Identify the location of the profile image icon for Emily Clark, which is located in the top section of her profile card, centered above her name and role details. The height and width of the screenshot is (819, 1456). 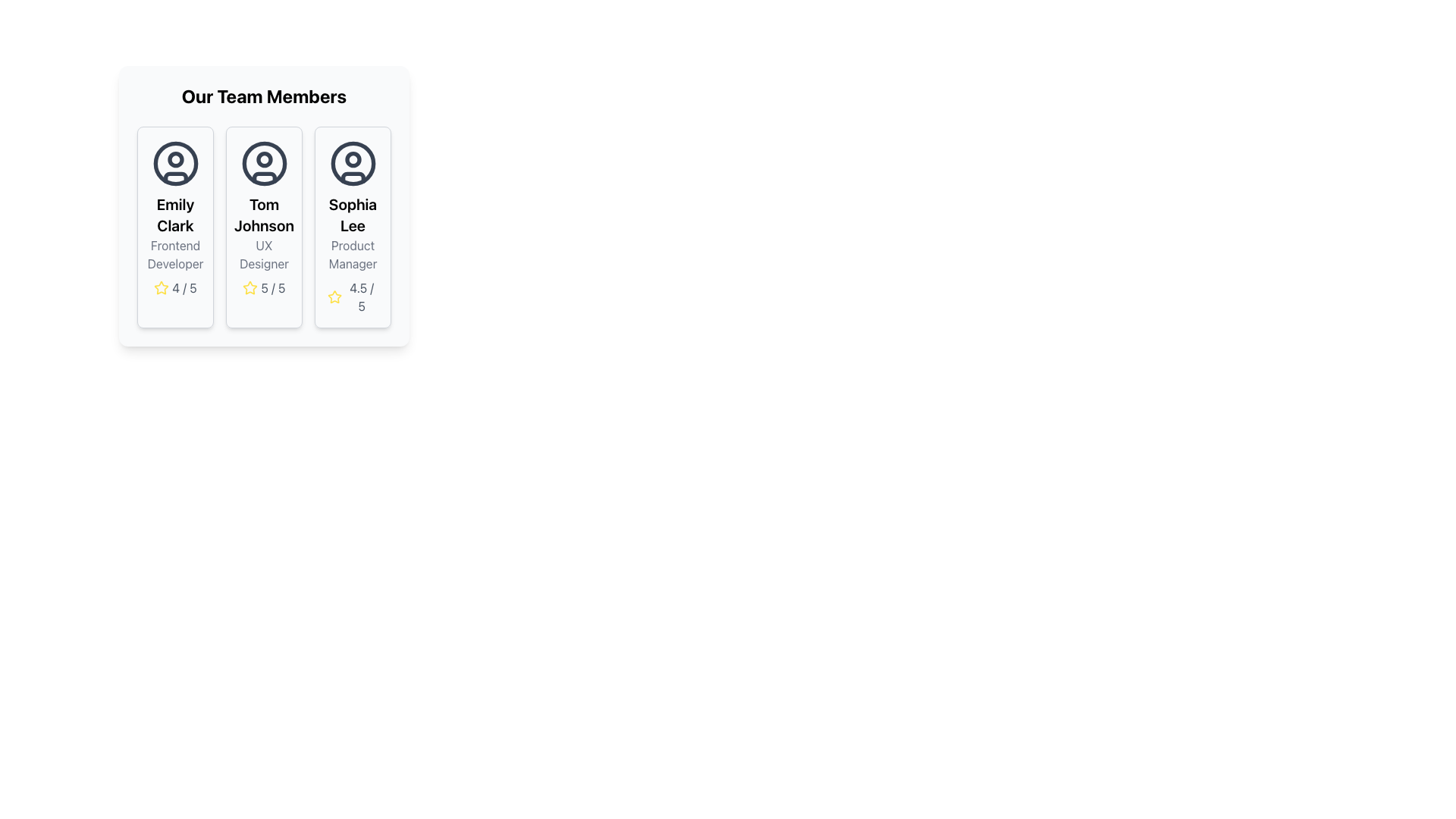
(175, 164).